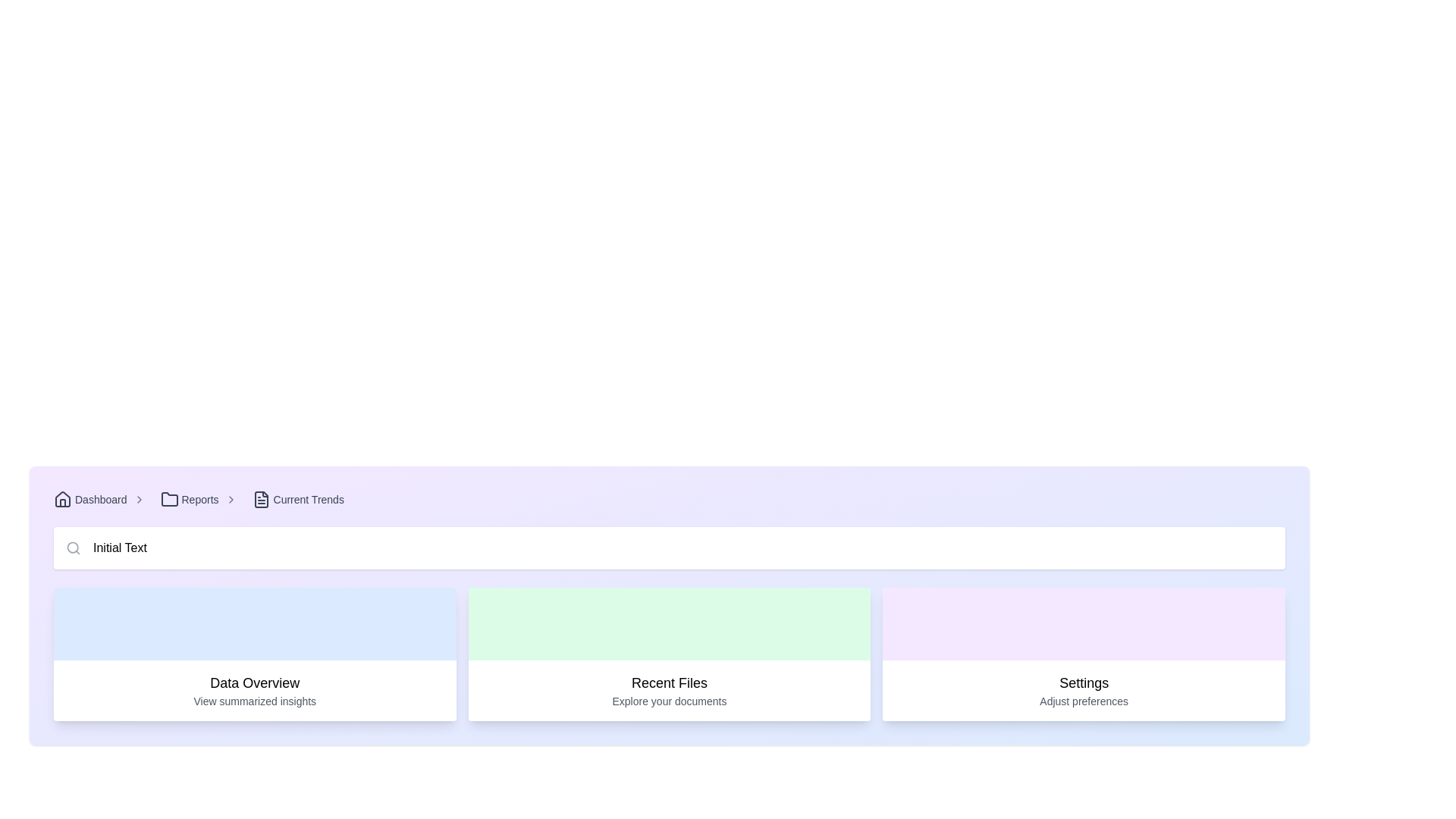 The width and height of the screenshot is (1456, 819). I want to click on the descriptive text label located at the bottom of the 'Data Overview' section, so click(255, 701).